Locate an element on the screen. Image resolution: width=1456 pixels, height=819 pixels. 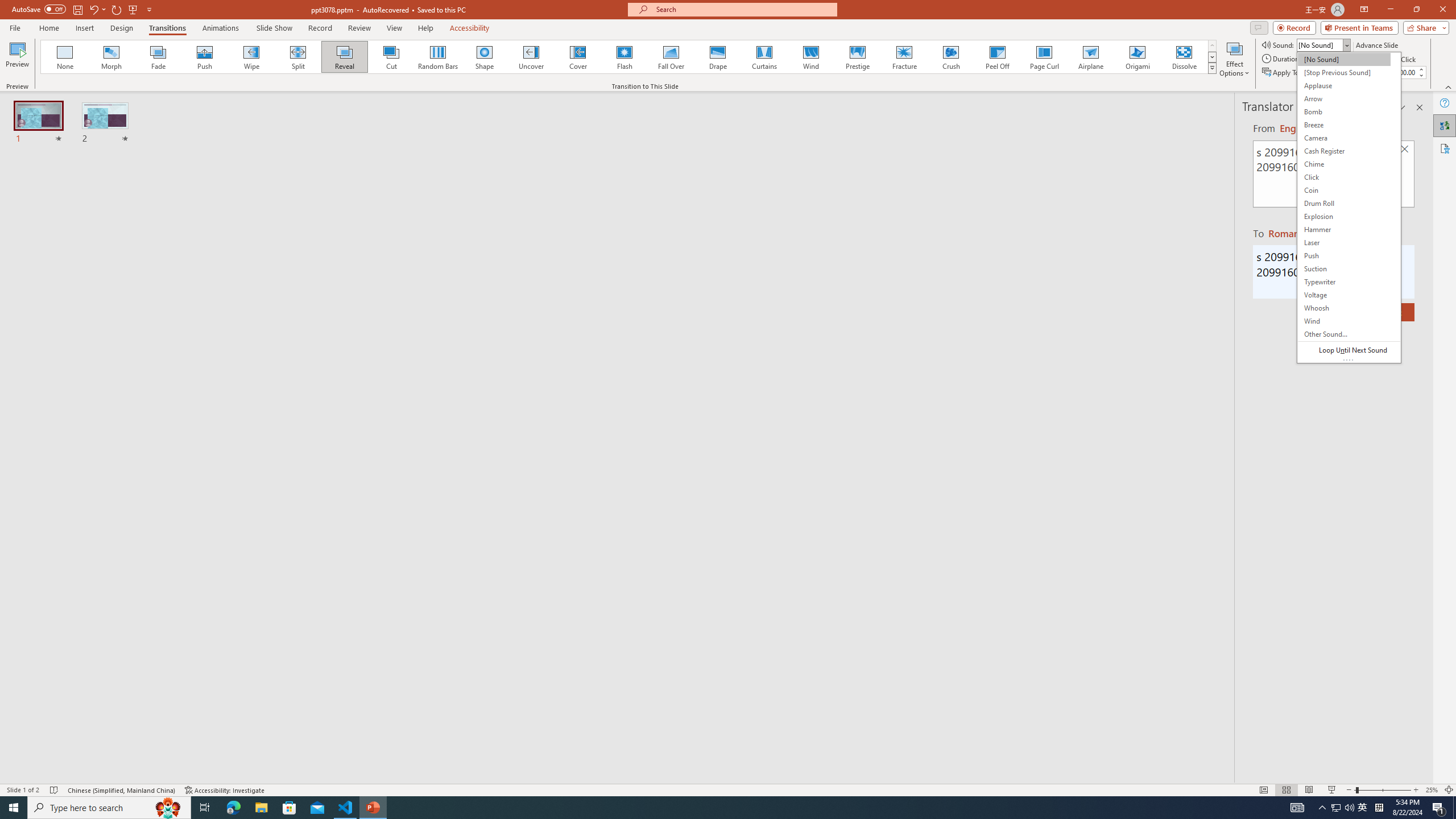
'Action Center, 1 new notification' is located at coordinates (1439, 806).